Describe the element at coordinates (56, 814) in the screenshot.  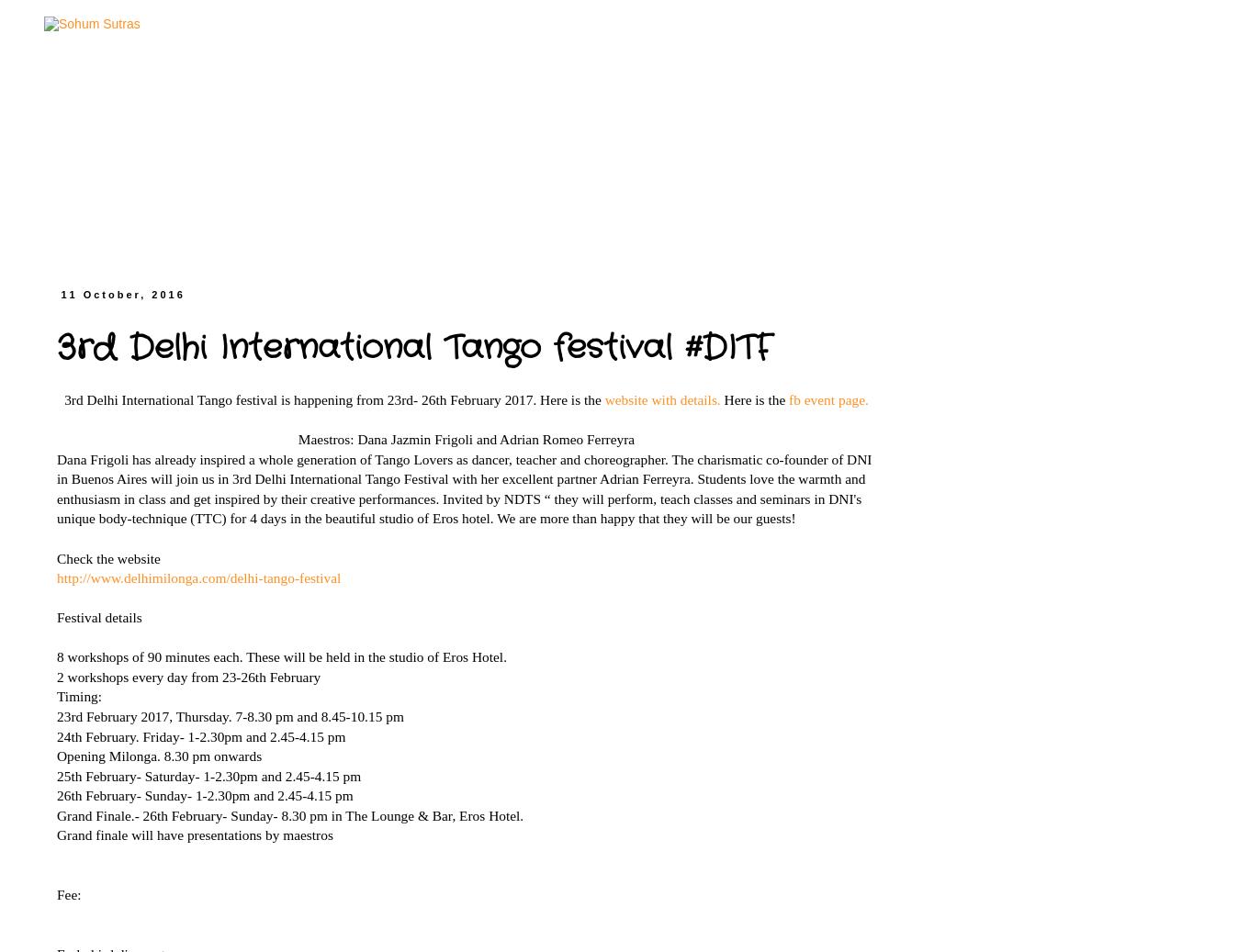
I see `'Grand Finale.- 26th February- Sunday- 8.30 pm in The Lounge & Bar, Eros Hotel.'` at that location.